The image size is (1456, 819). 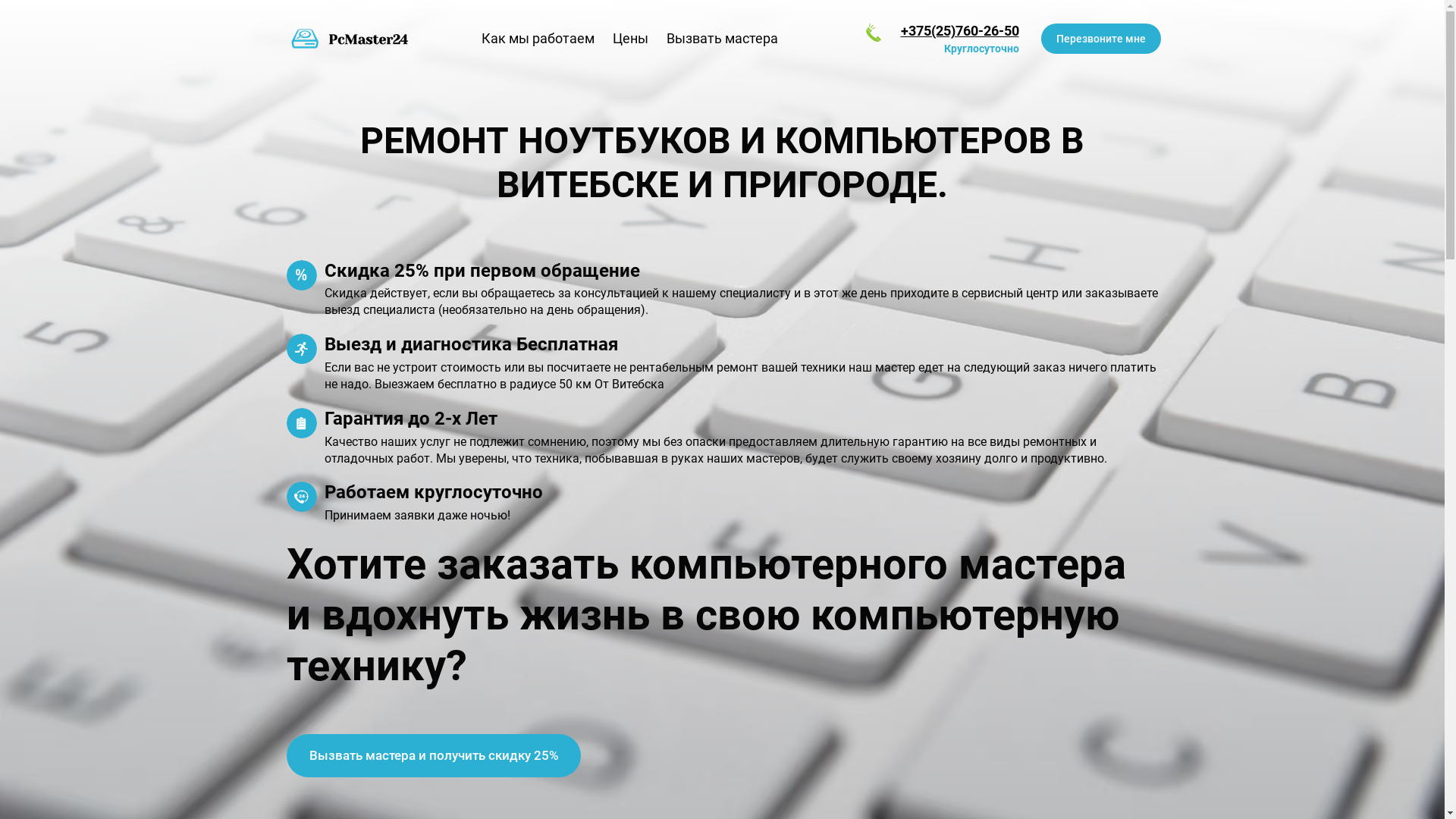 What do you see at coordinates (959, 30) in the screenshot?
I see `'+375(25)760-26-50'` at bounding box center [959, 30].